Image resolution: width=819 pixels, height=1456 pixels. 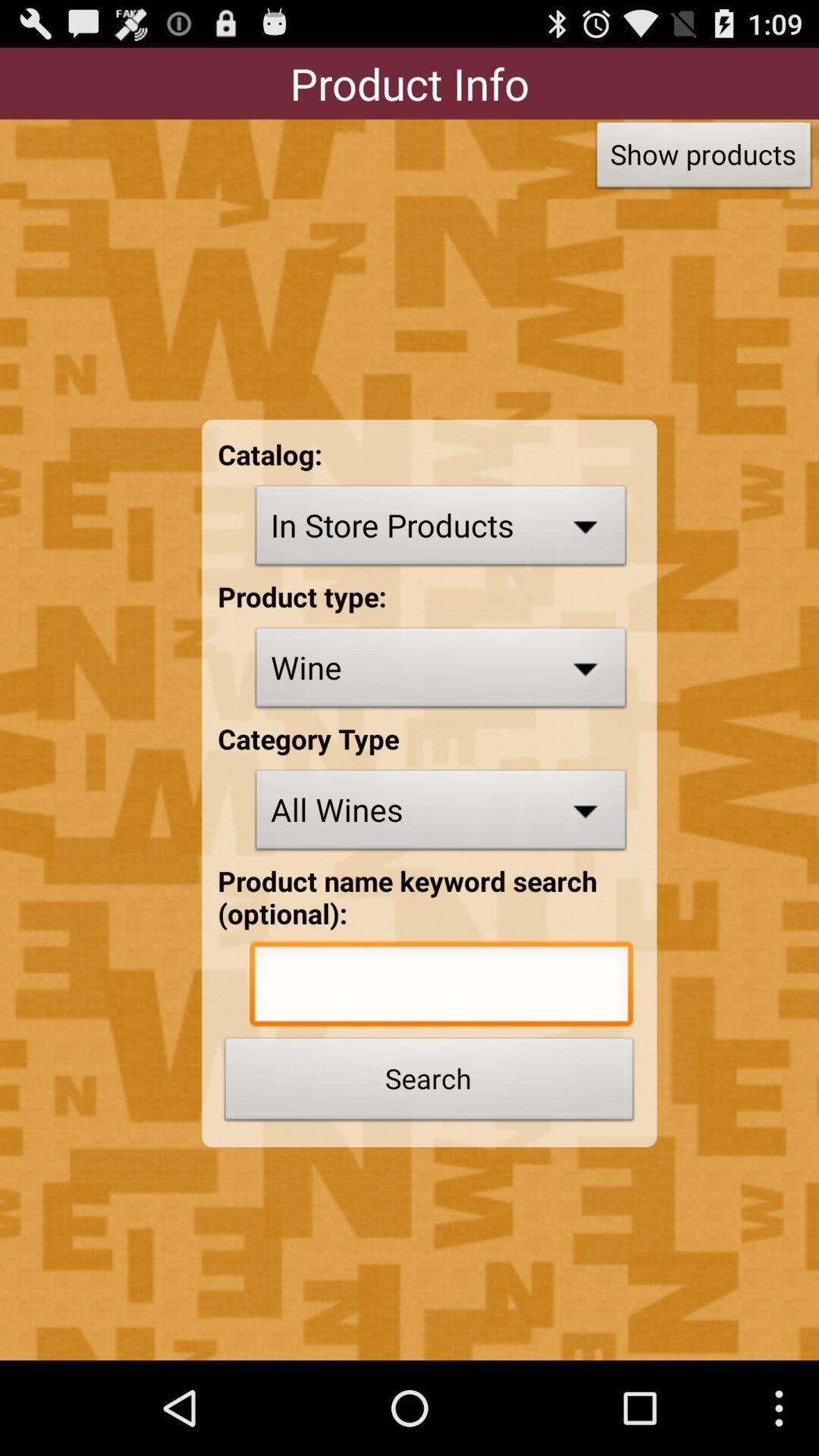 What do you see at coordinates (441, 987) in the screenshot?
I see `keyword` at bounding box center [441, 987].